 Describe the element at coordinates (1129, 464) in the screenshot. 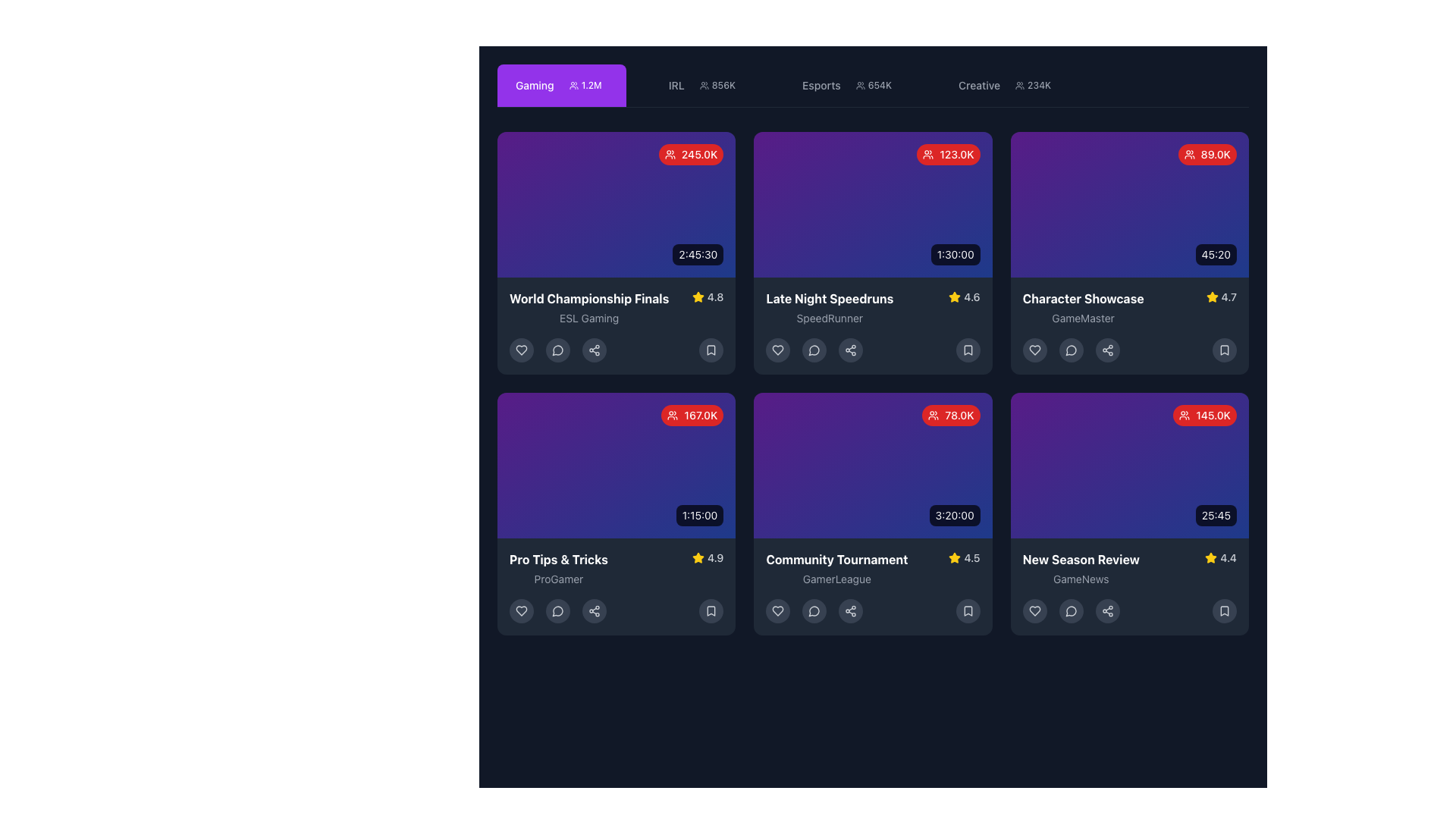

I see `to select the card with a purple gradient background that contains viewer count '145.0K' and time duration '25:45' in the bottom-right corner` at that location.